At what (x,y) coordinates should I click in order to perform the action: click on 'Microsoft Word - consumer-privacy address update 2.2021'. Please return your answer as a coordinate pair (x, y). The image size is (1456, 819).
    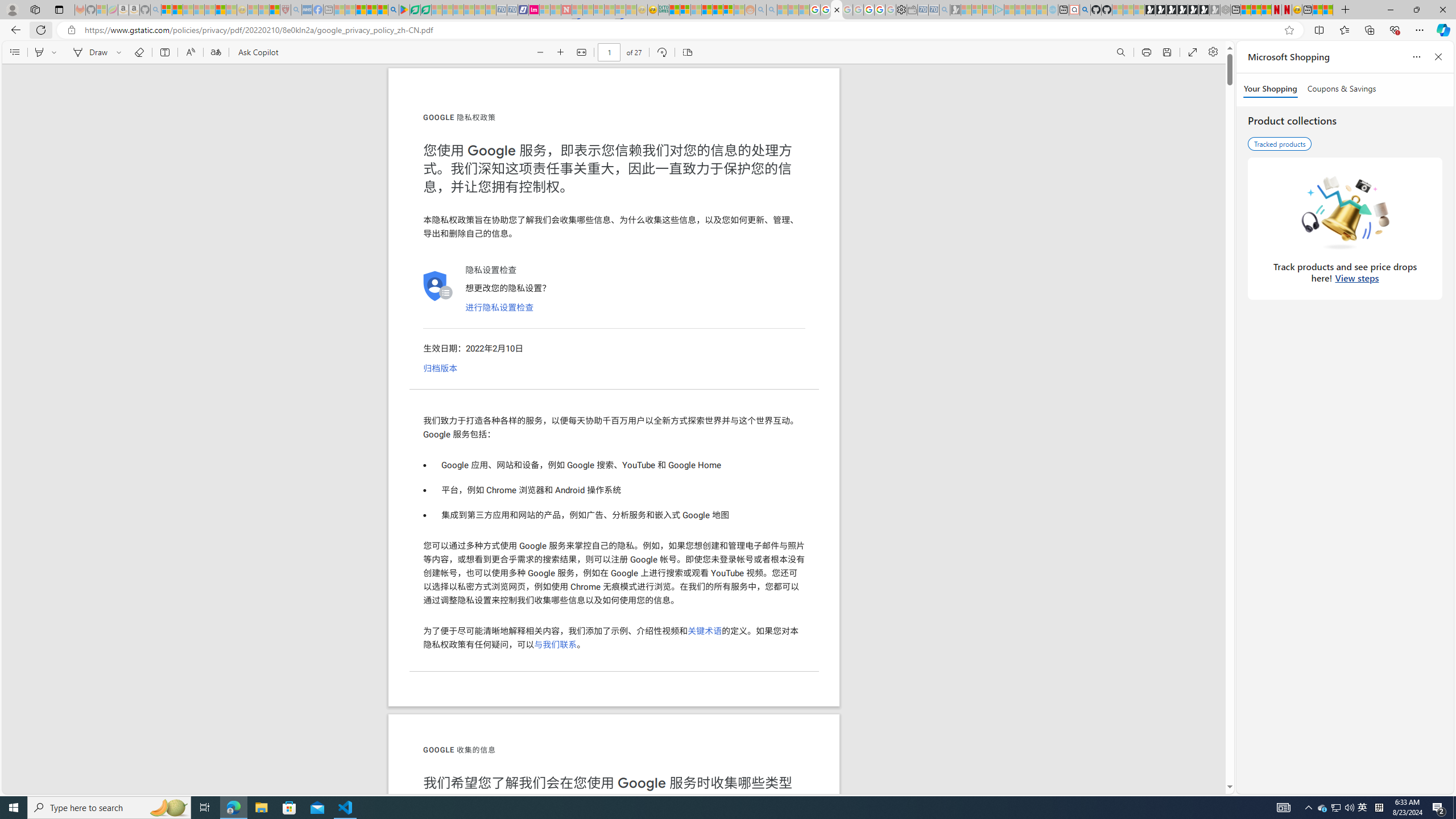
    Looking at the image, I should click on (427, 9).